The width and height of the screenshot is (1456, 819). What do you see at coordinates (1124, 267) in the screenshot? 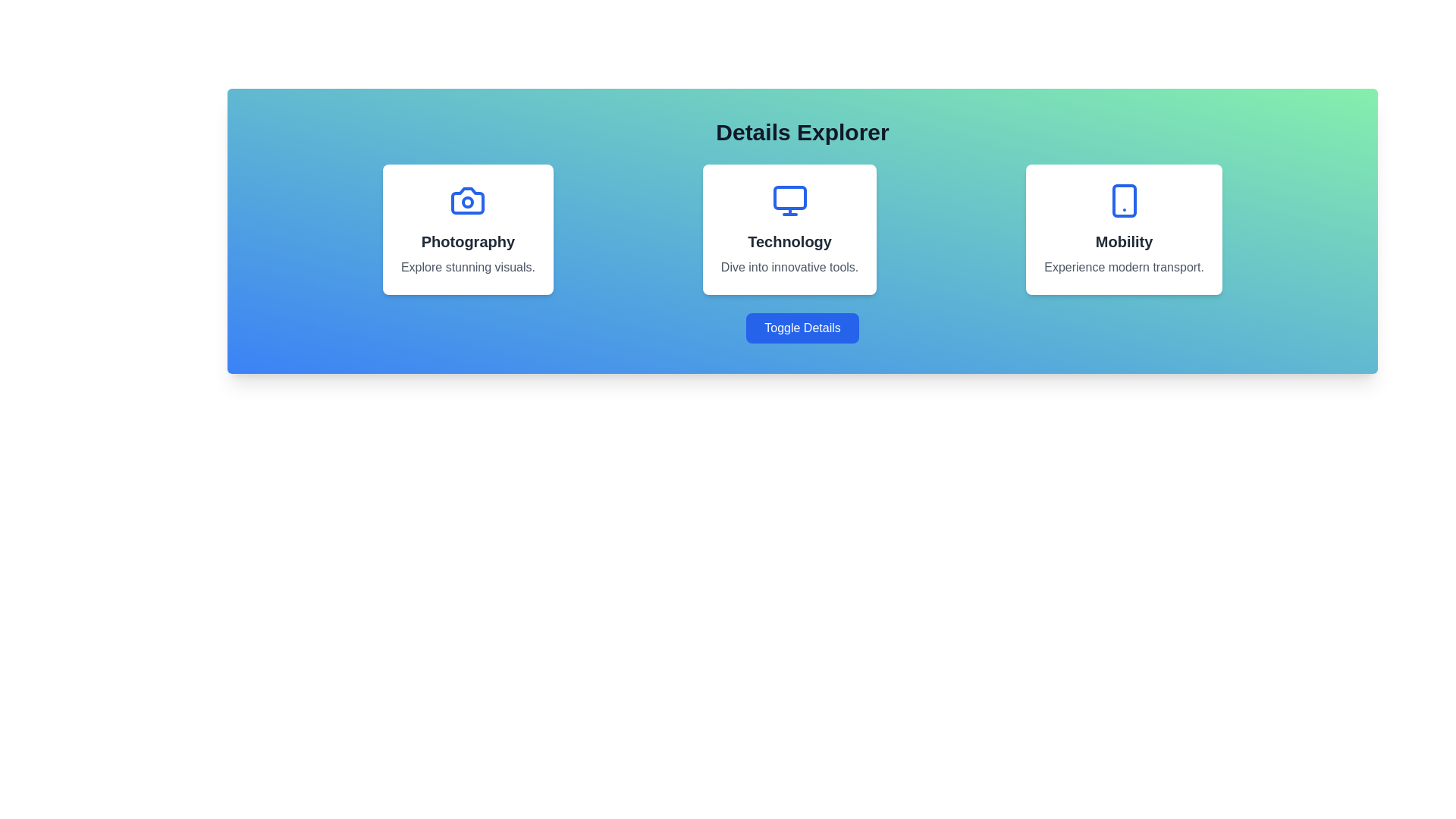
I see `descriptive text element located within the 'Mobility' card, positioned centrally below the title 'Mobility'` at bounding box center [1124, 267].